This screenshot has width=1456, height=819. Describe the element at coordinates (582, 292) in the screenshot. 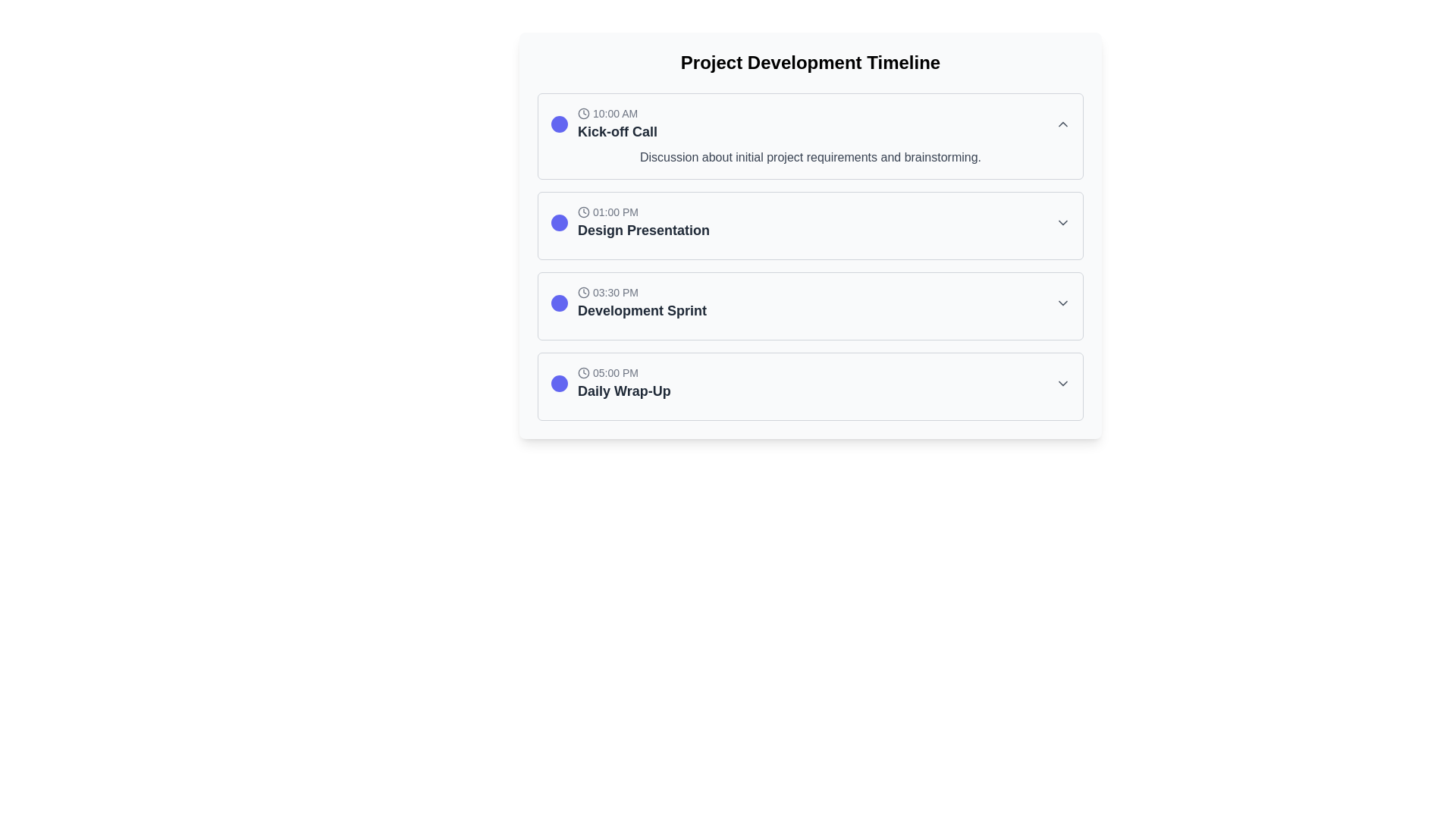

I see `the circle icon representing the clock or time indicator in the third event row of the timeline, adjacent to the text 'Development Sprint'` at that location.